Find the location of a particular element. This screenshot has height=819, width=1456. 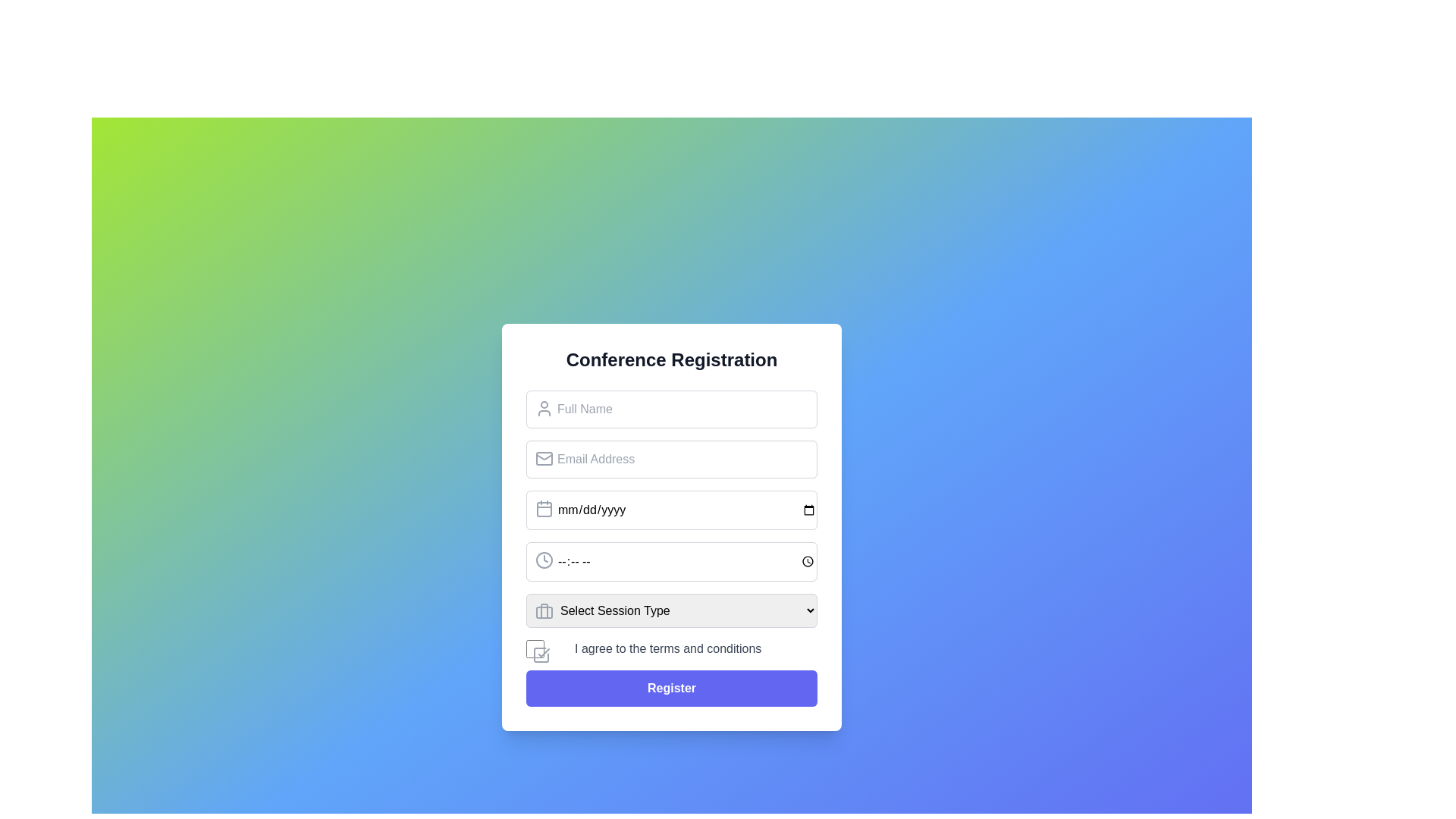

the left vertical bar of the suitcase-like icon located within the 'Select Session Type' dropdown field is located at coordinates (544, 610).